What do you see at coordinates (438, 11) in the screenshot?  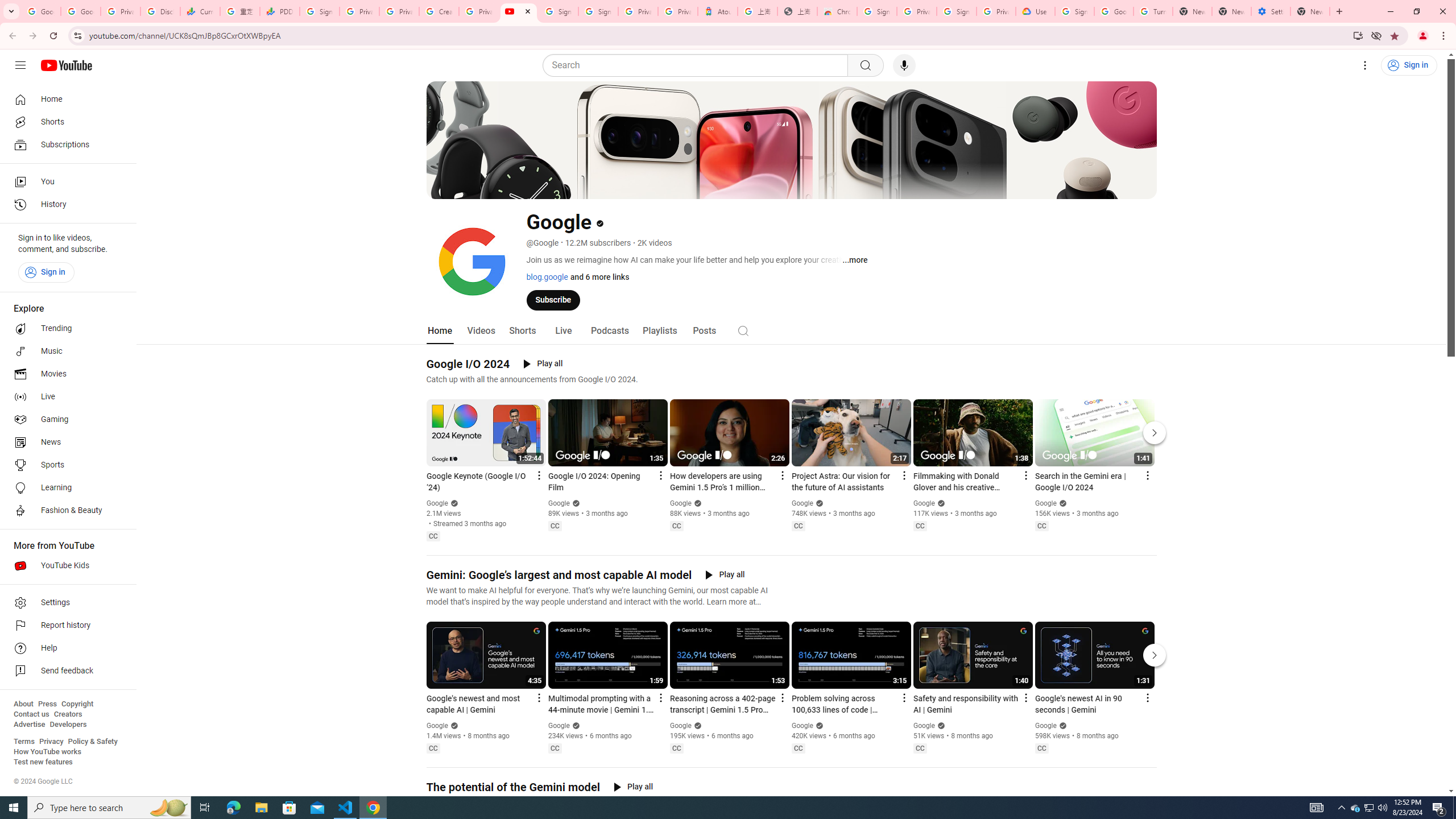 I see `'Create your Google Account'` at bounding box center [438, 11].